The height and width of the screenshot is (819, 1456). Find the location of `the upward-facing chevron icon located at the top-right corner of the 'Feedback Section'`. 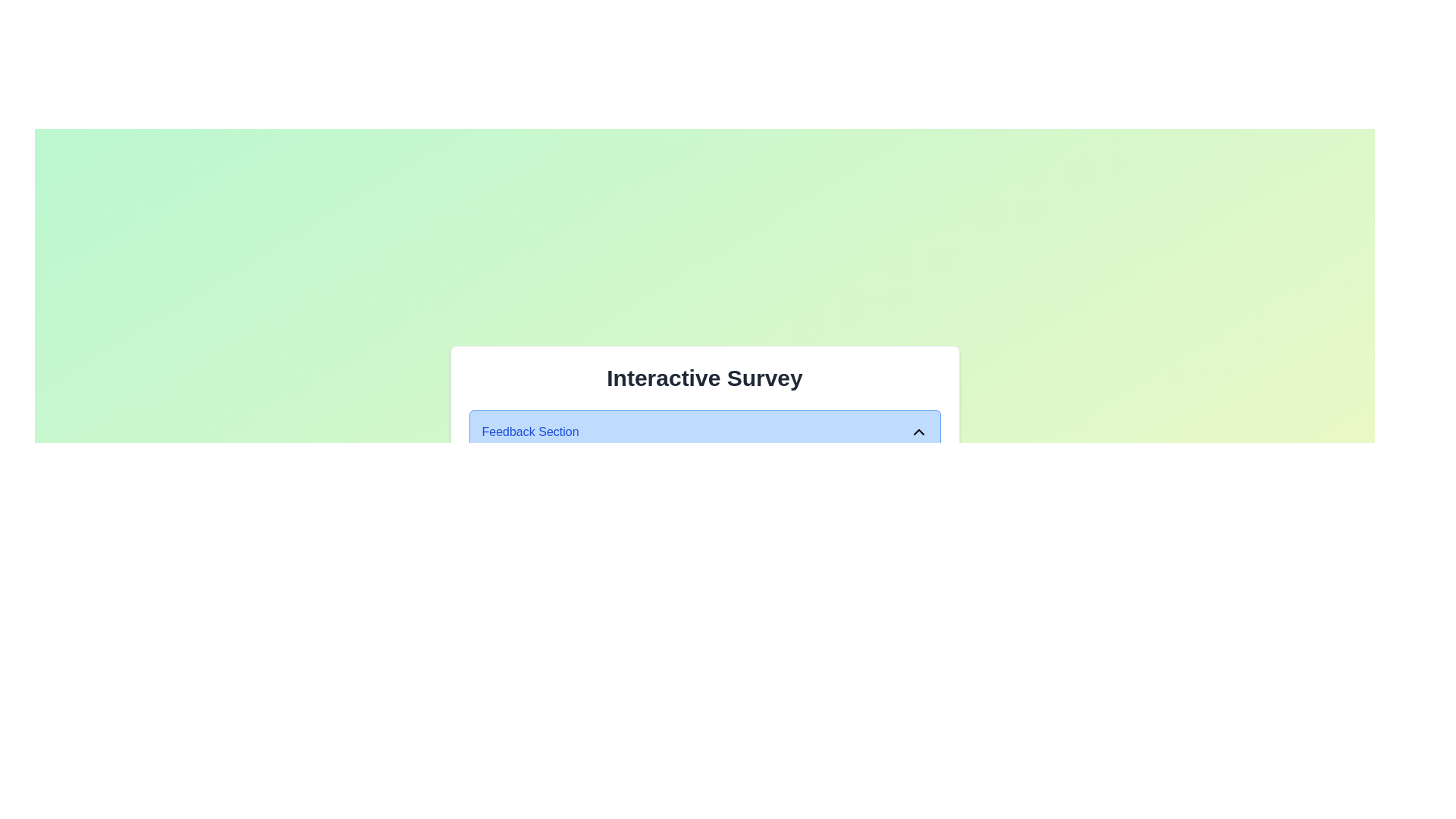

the upward-facing chevron icon located at the top-right corner of the 'Feedback Section' is located at coordinates (918, 431).